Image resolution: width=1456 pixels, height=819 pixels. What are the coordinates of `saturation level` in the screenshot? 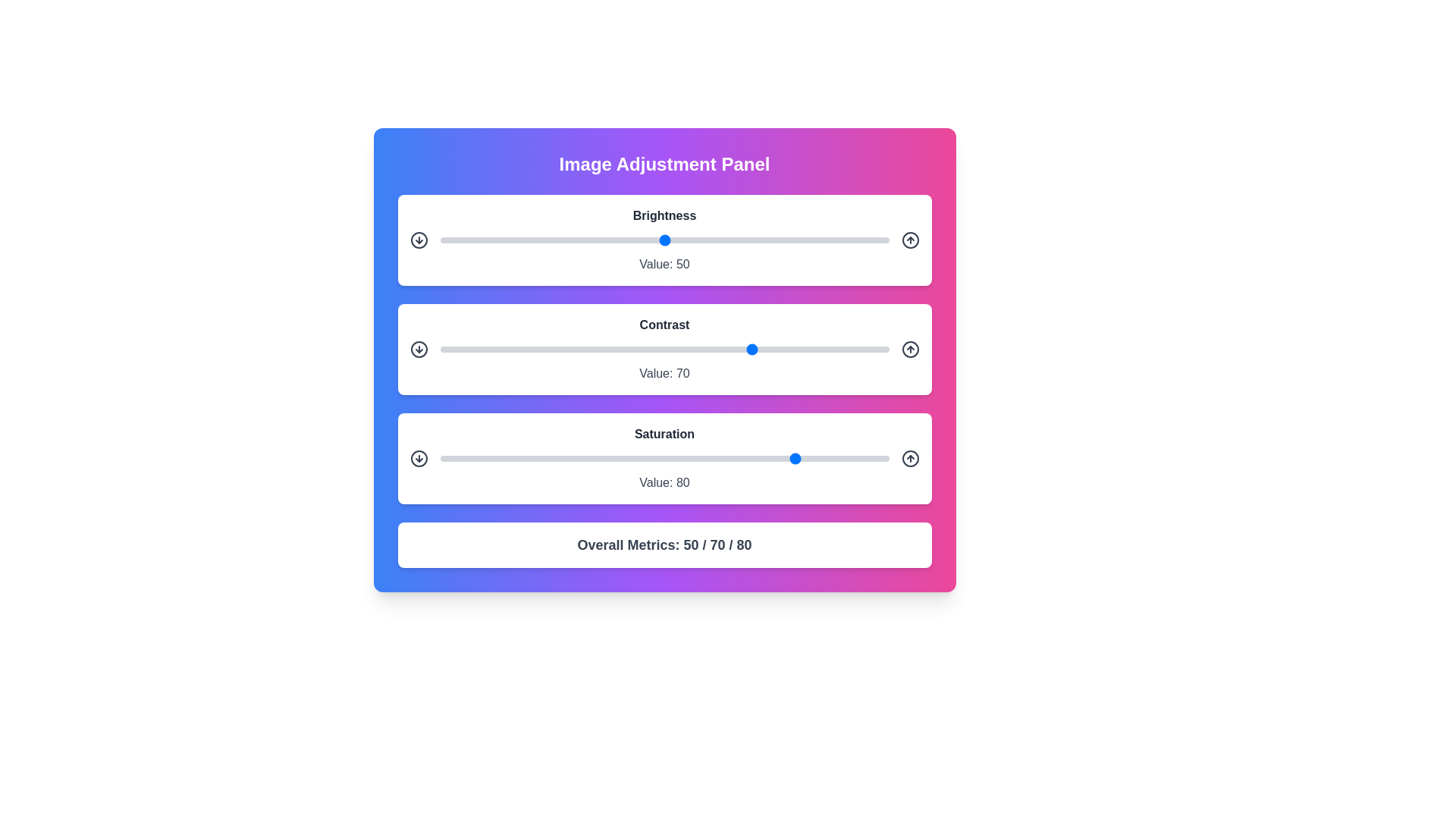 It's located at (587, 458).